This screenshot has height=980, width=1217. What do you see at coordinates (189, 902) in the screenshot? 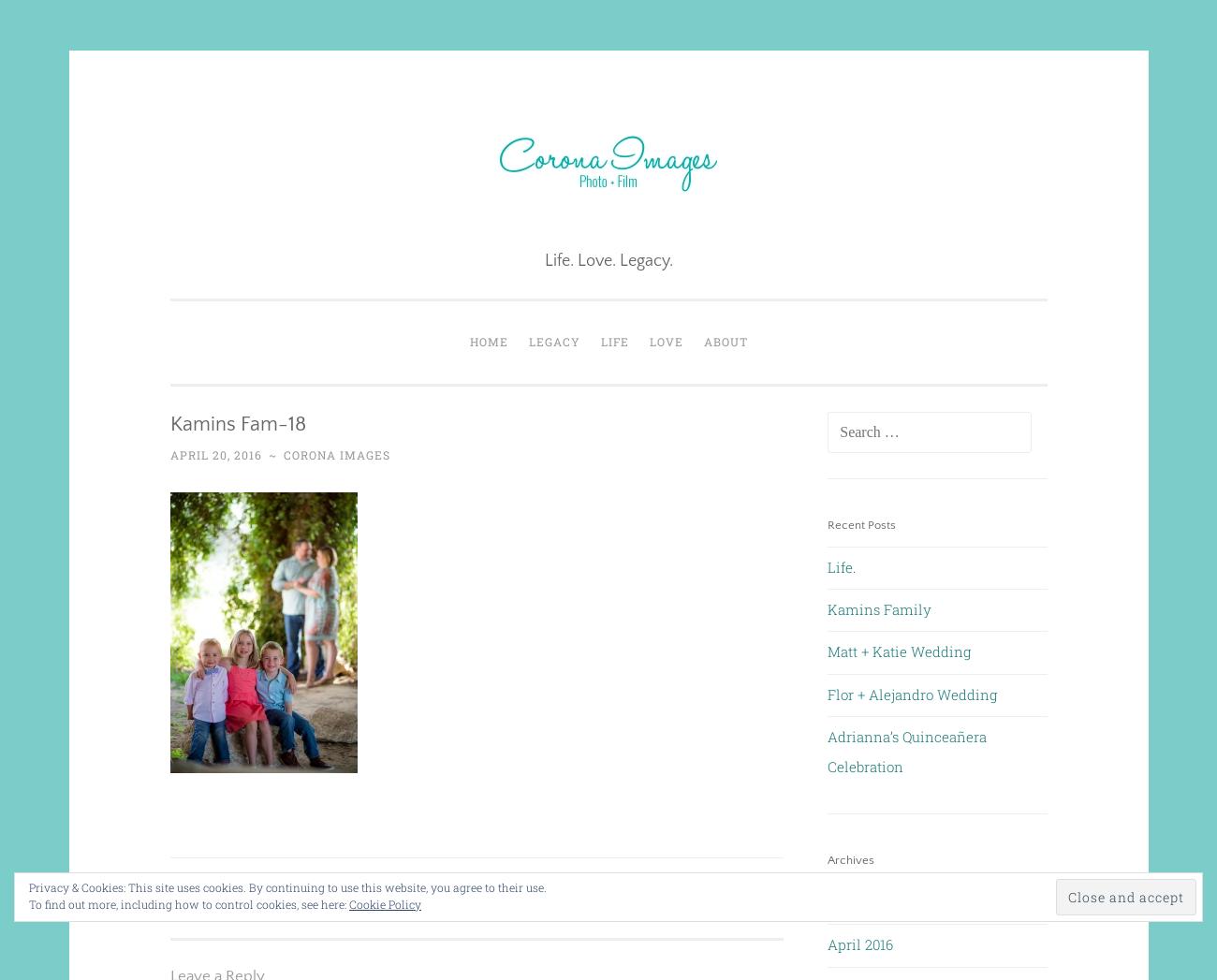
I see `'To find out more, including how to control cookies, see here:'` at bounding box center [189, 902].